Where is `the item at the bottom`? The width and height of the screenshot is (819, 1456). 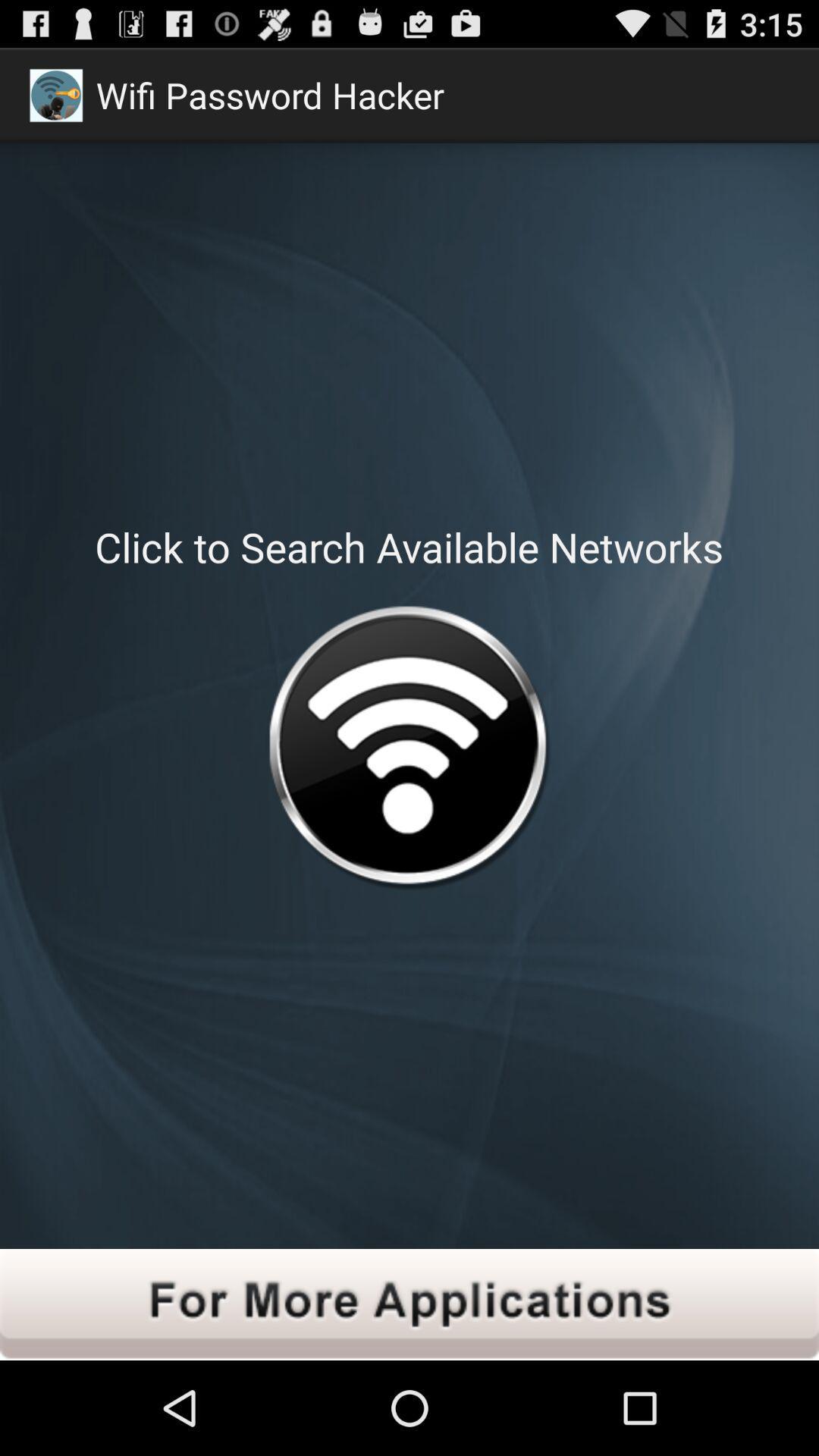 the item at the bottom is located at coordinates (409, 1304).